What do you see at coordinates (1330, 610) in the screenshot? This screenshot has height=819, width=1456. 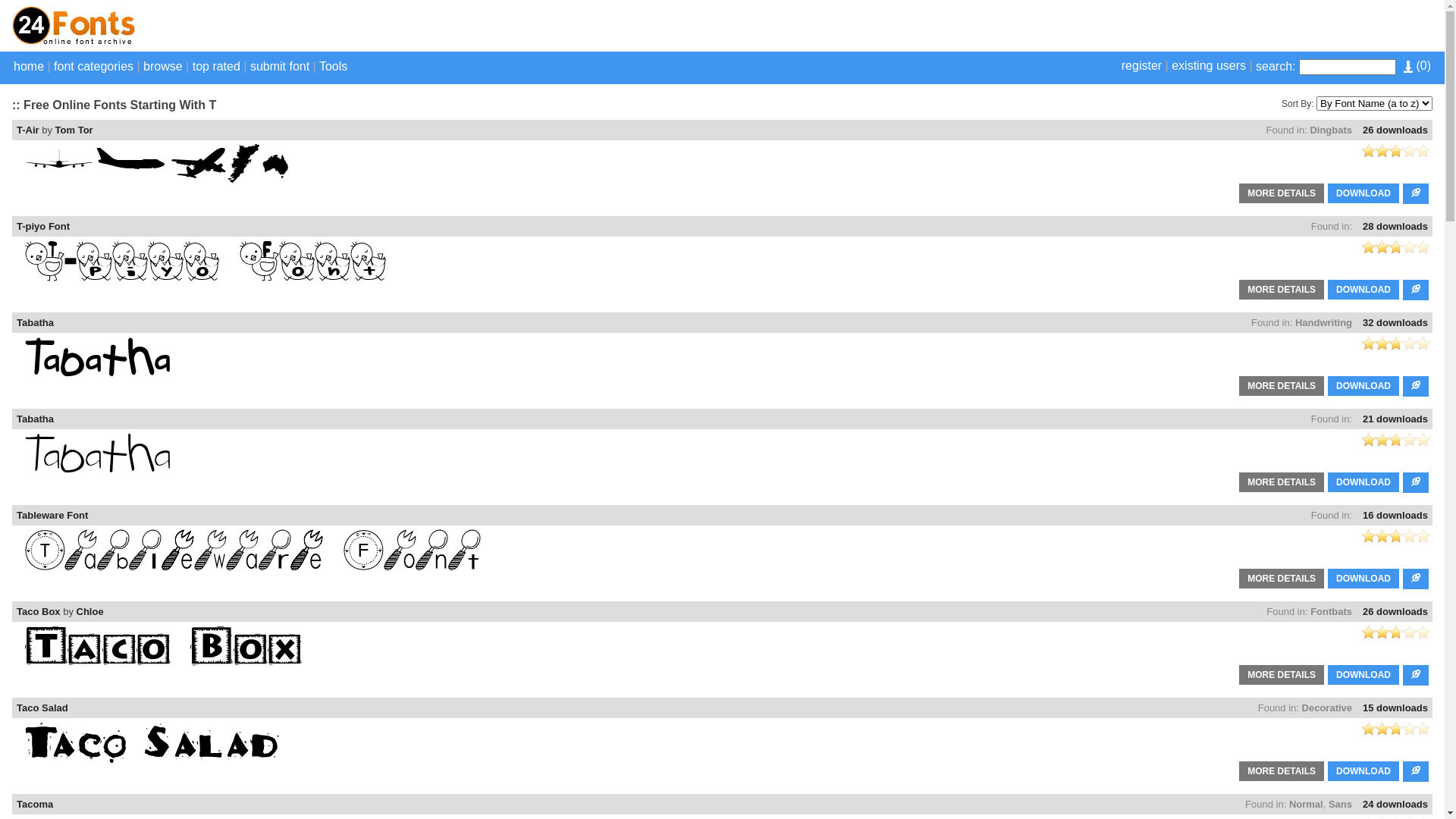 I see `'Fontbats'` at bounding box center [1330, 610].